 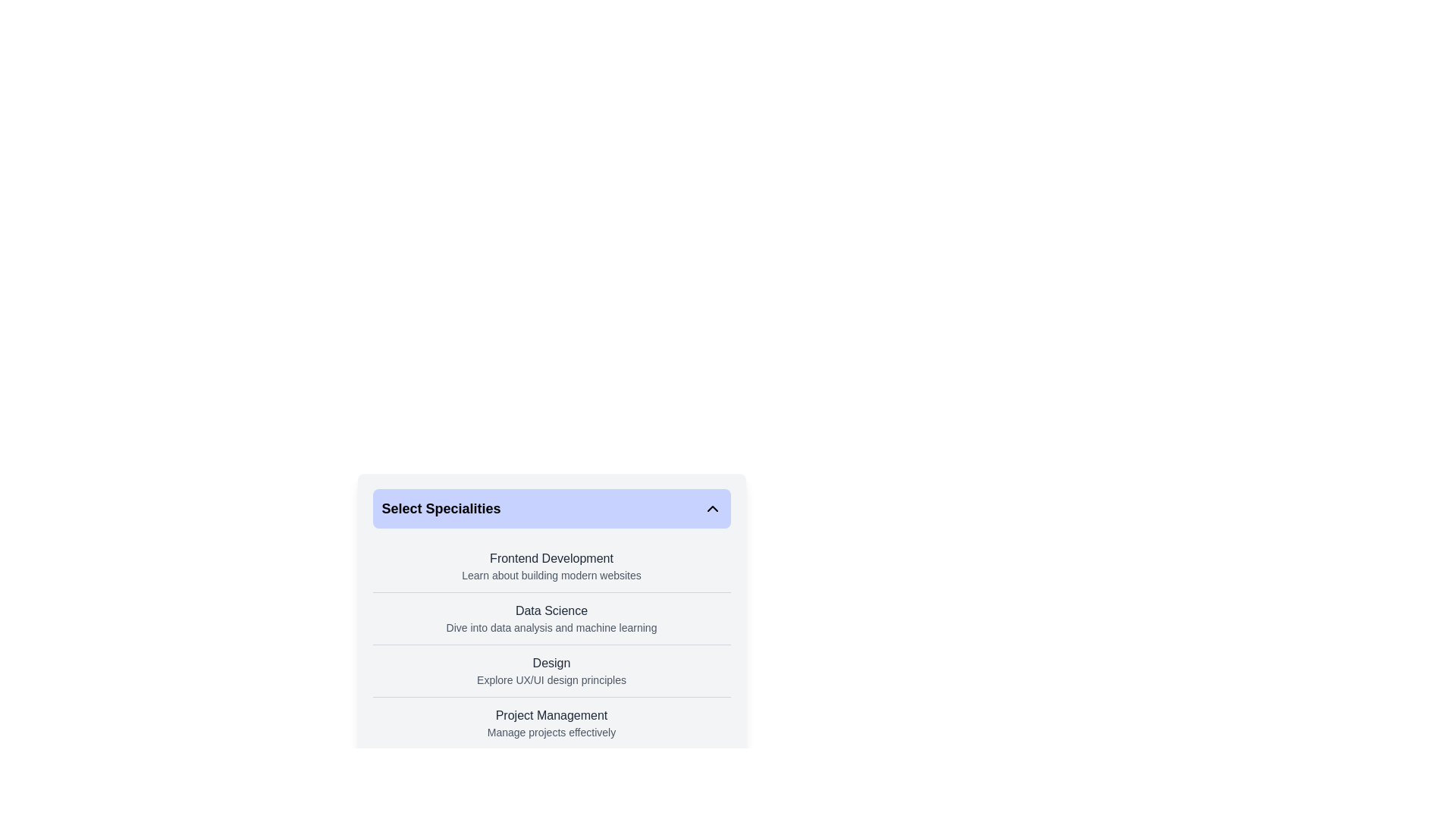 I want to click on to select the 'Data Science' option from the selectable list in the 'Select Specialities' popup, so click(x=551, y=586).